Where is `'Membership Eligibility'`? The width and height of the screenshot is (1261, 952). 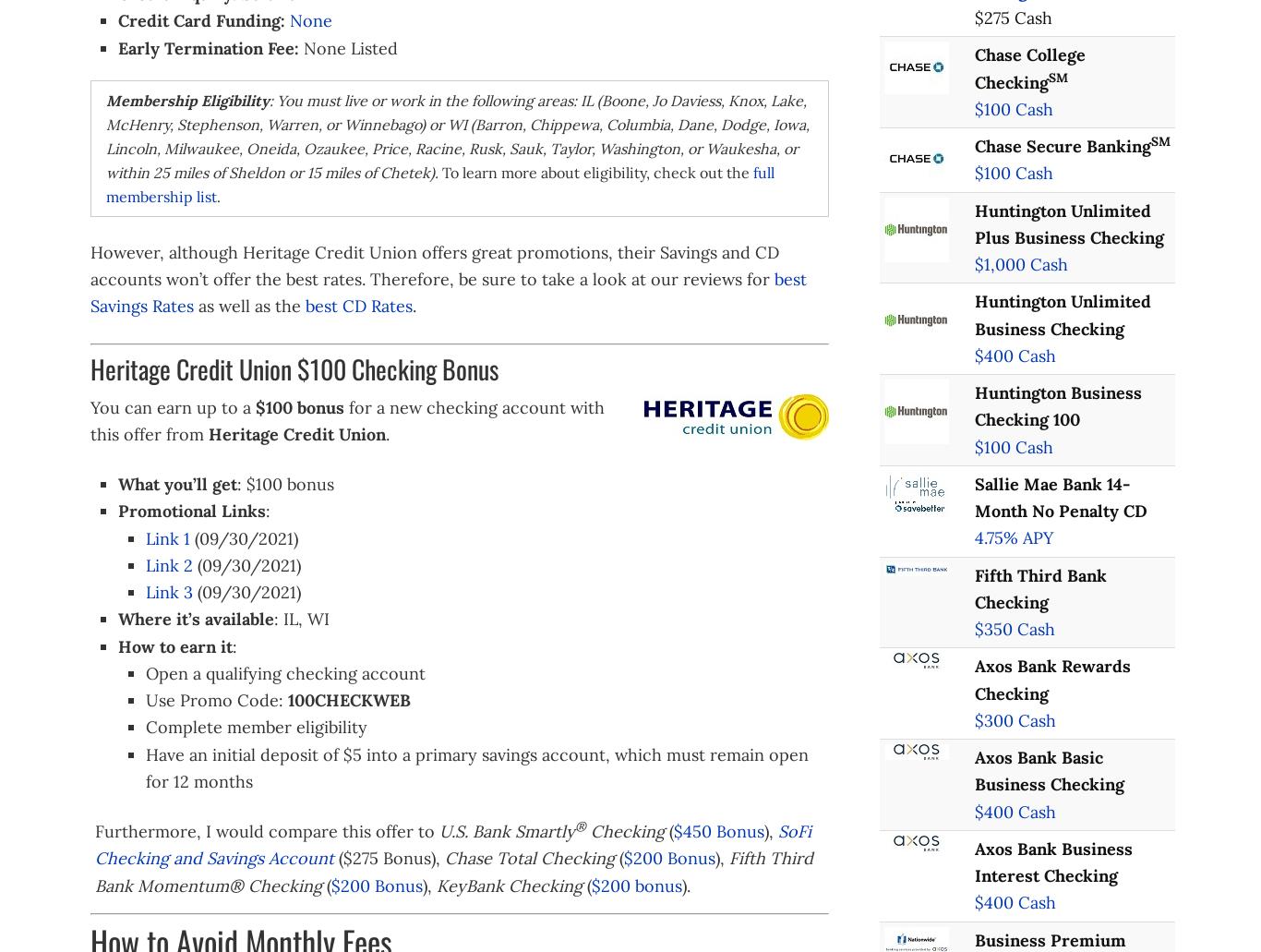
'Membership Eligibility' is located at coordinates (186, 99).